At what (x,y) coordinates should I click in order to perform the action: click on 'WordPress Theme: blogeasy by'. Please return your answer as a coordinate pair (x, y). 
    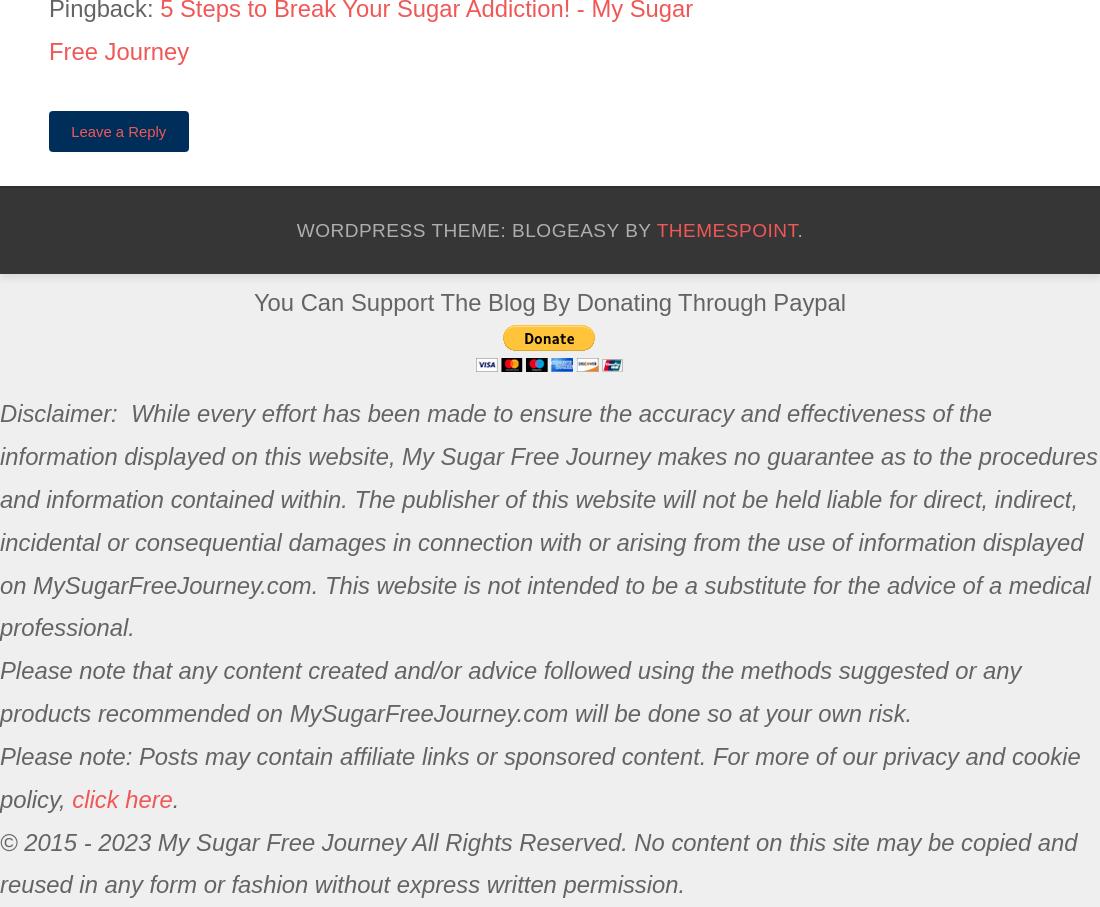
    Looking at the image, I should click on (474, 229).